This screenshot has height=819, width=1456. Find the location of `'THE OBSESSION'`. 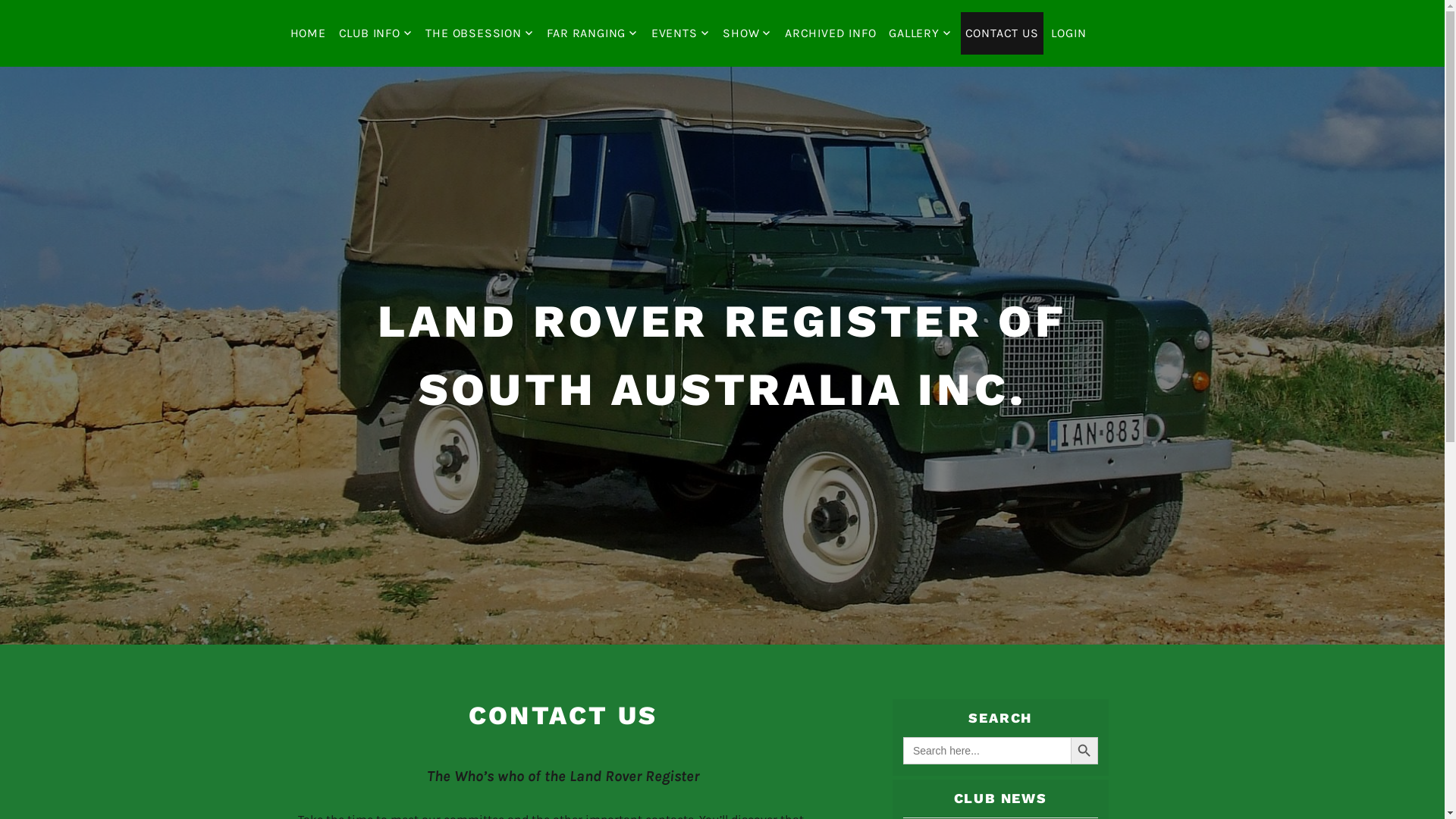

'THE OBSESSION' is located at coordinates (479, 33).